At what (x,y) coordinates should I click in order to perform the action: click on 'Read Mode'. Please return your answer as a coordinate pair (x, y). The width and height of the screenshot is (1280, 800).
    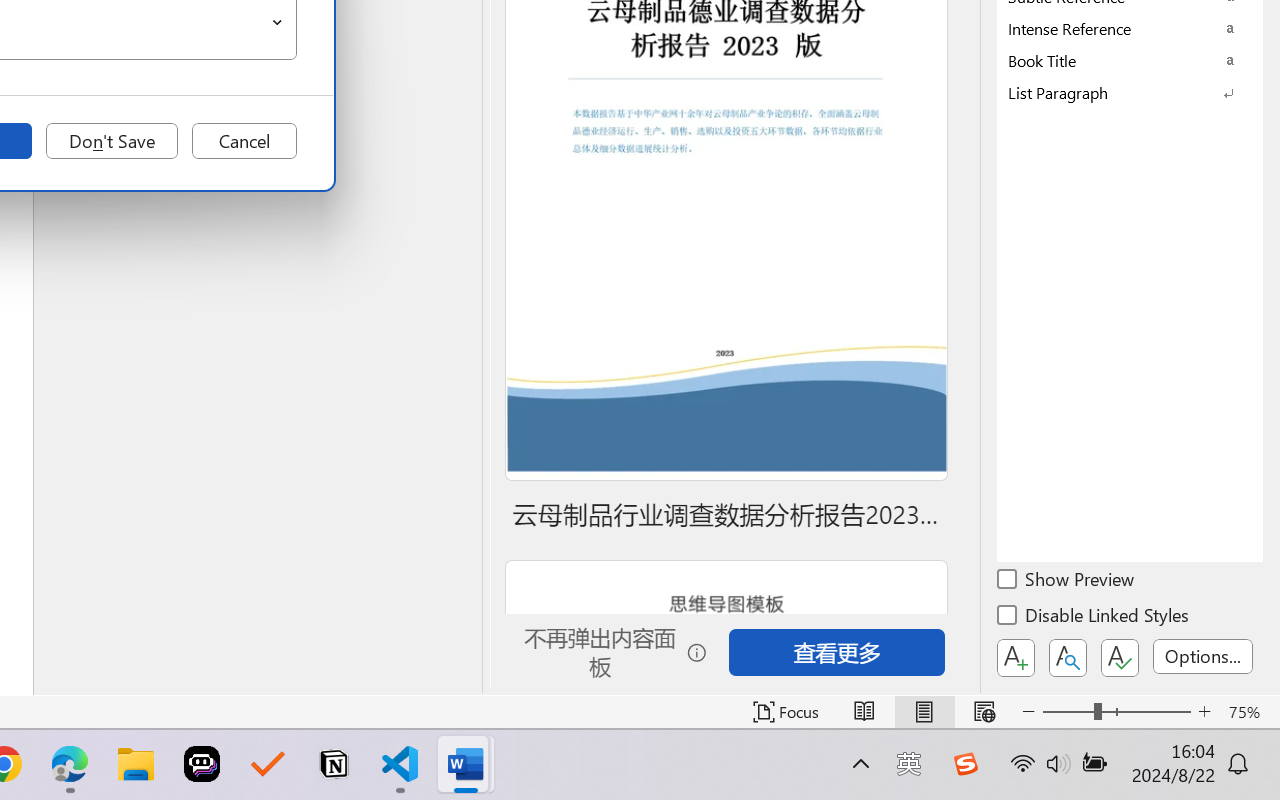
    Looking at the image, I should click on (864, 711).